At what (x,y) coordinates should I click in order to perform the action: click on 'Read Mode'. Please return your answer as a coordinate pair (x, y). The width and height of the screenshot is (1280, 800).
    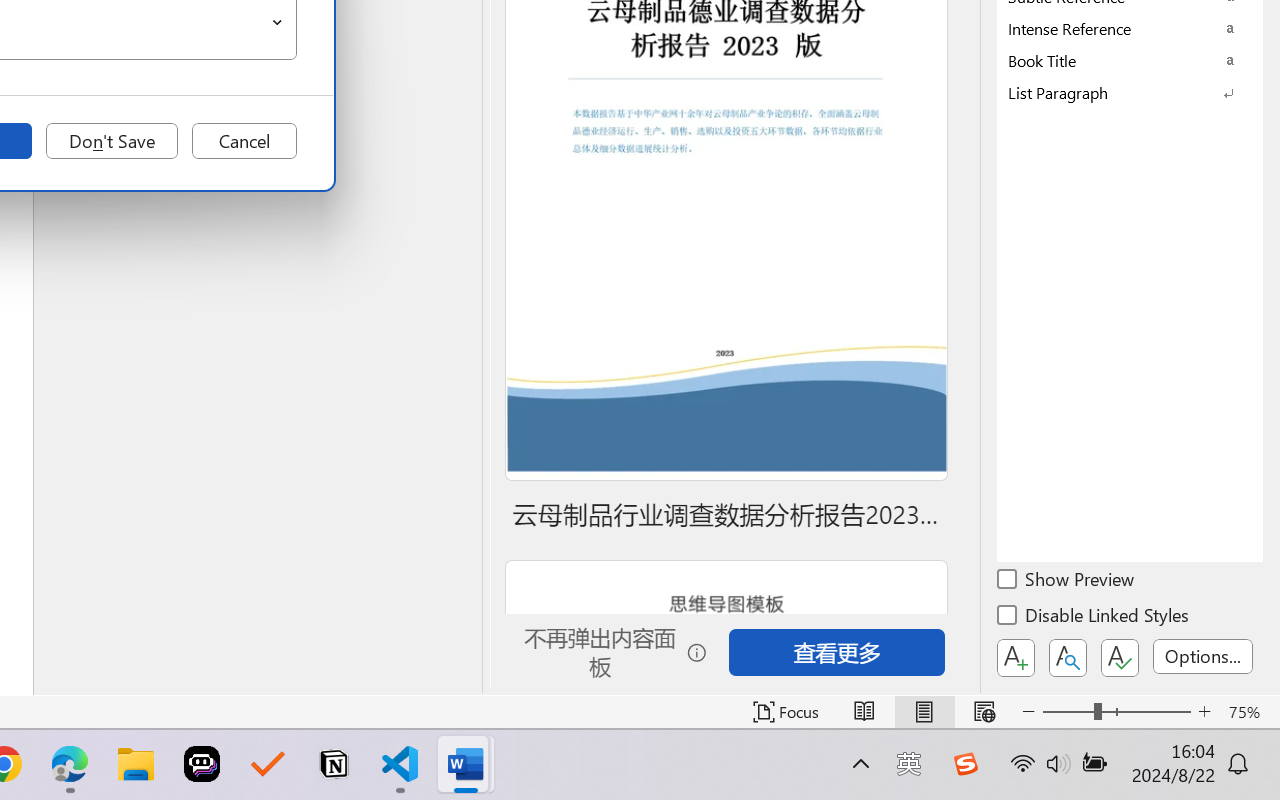
    Looking at the image, I should click on (864, 711).